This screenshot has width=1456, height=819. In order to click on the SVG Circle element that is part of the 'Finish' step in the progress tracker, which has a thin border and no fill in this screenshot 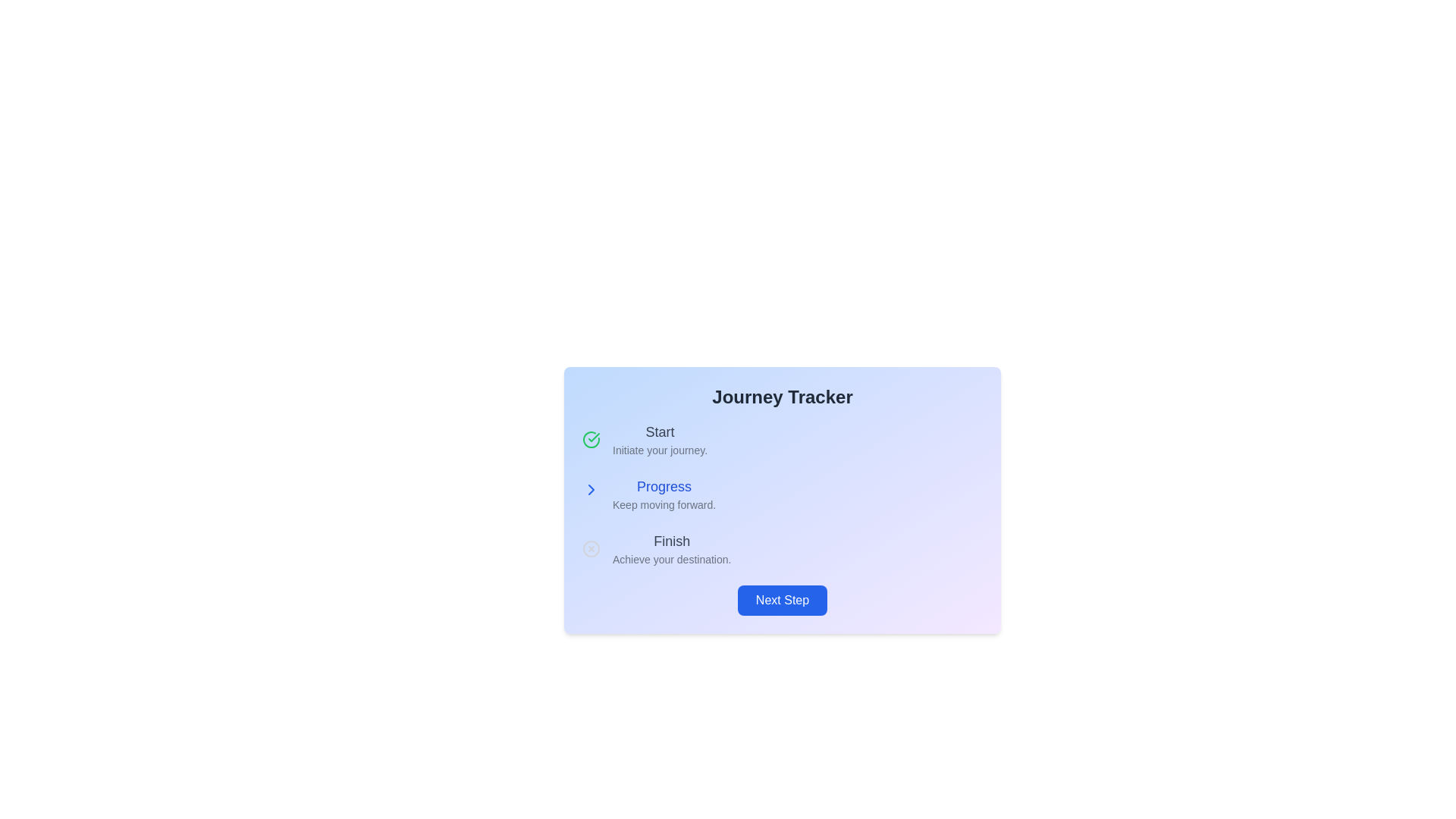, I will do `click(590, 549)`.